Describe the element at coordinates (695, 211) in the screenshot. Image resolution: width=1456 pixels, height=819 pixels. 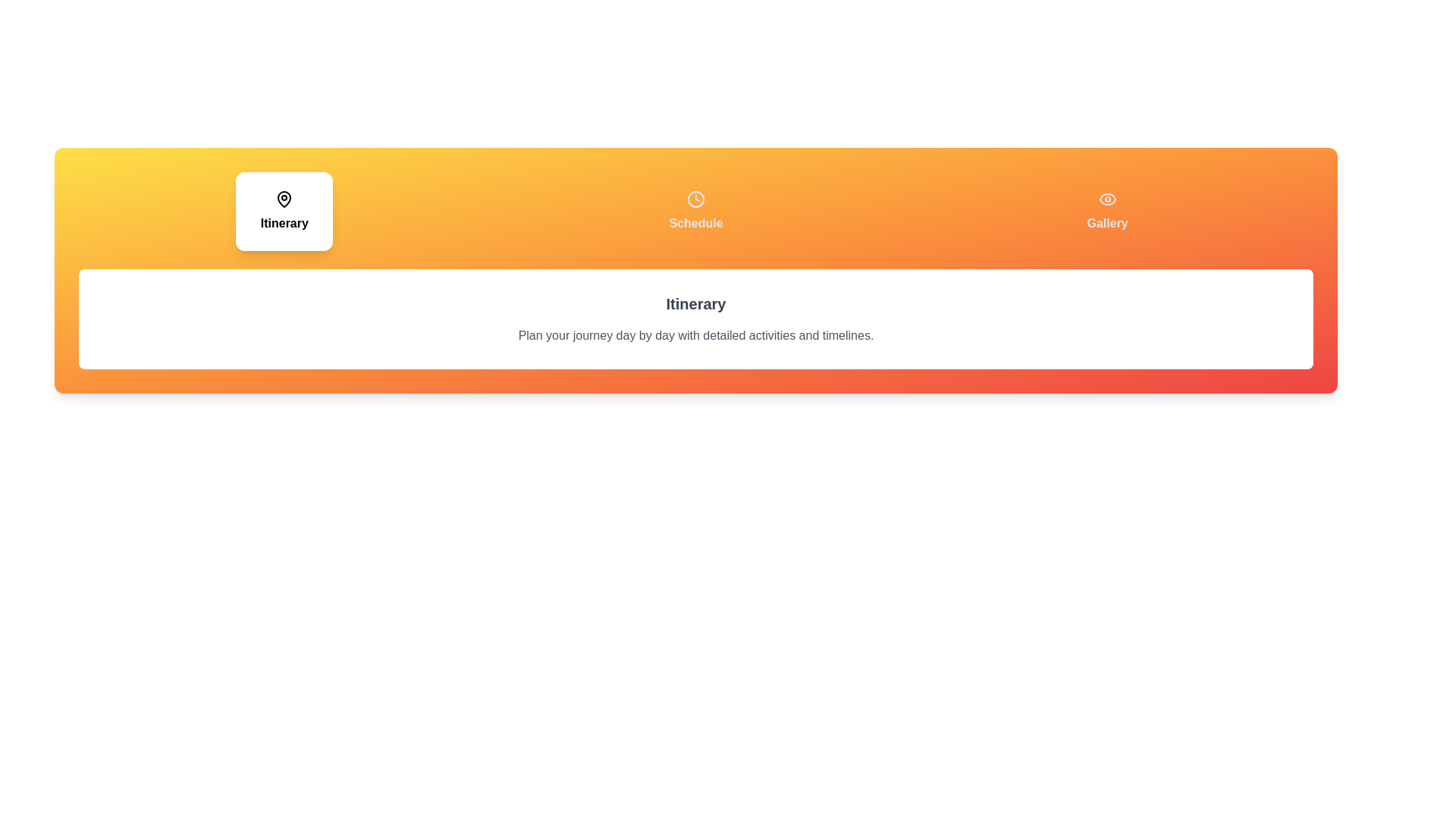
I see `the tab labeled Schedule to view its content` at that location.